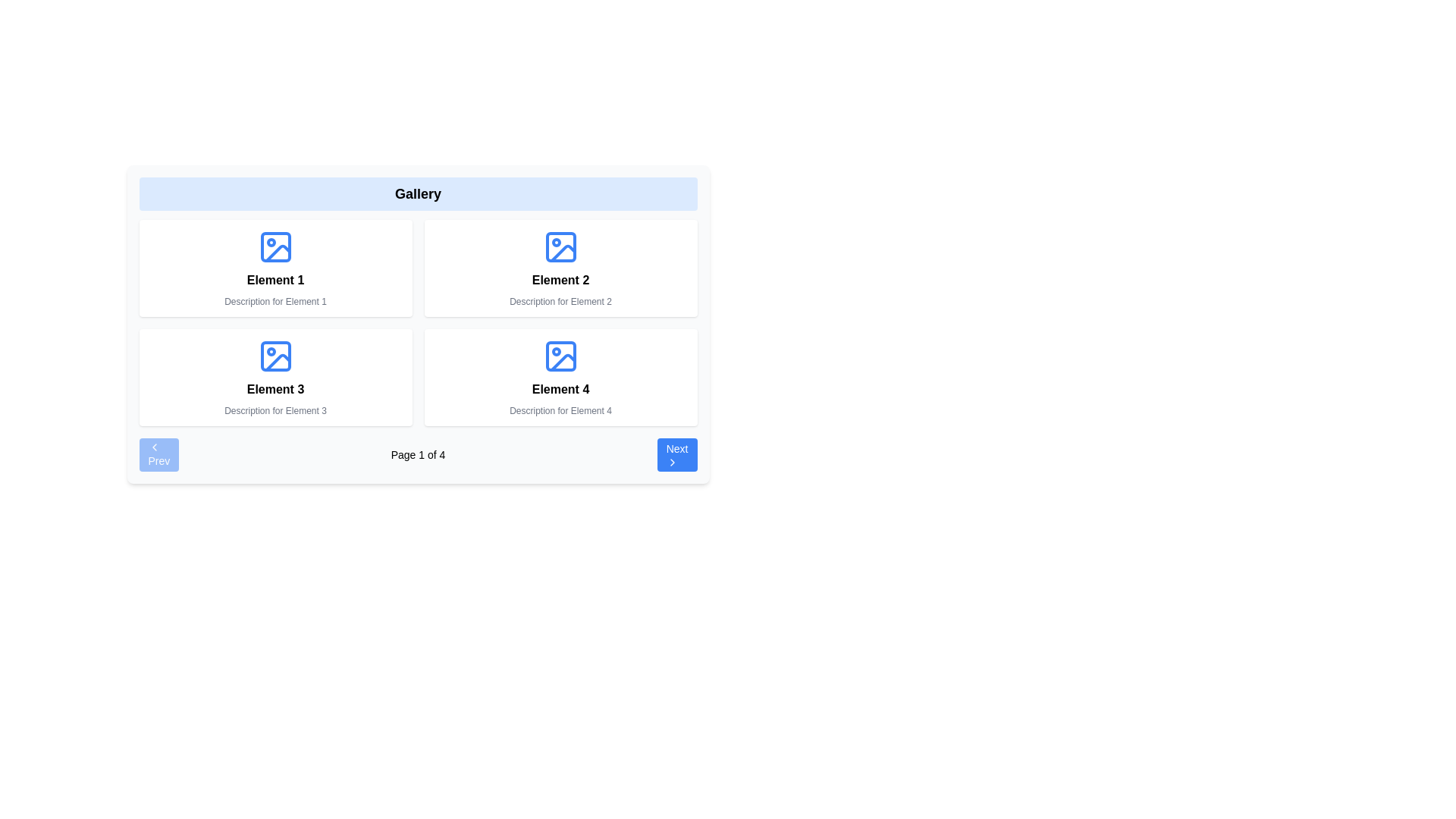  I want to click on the text label that serves as a title in the second column of the first row, positioned above a smaller label saying 'Description for Element 2', so click(560, 281).